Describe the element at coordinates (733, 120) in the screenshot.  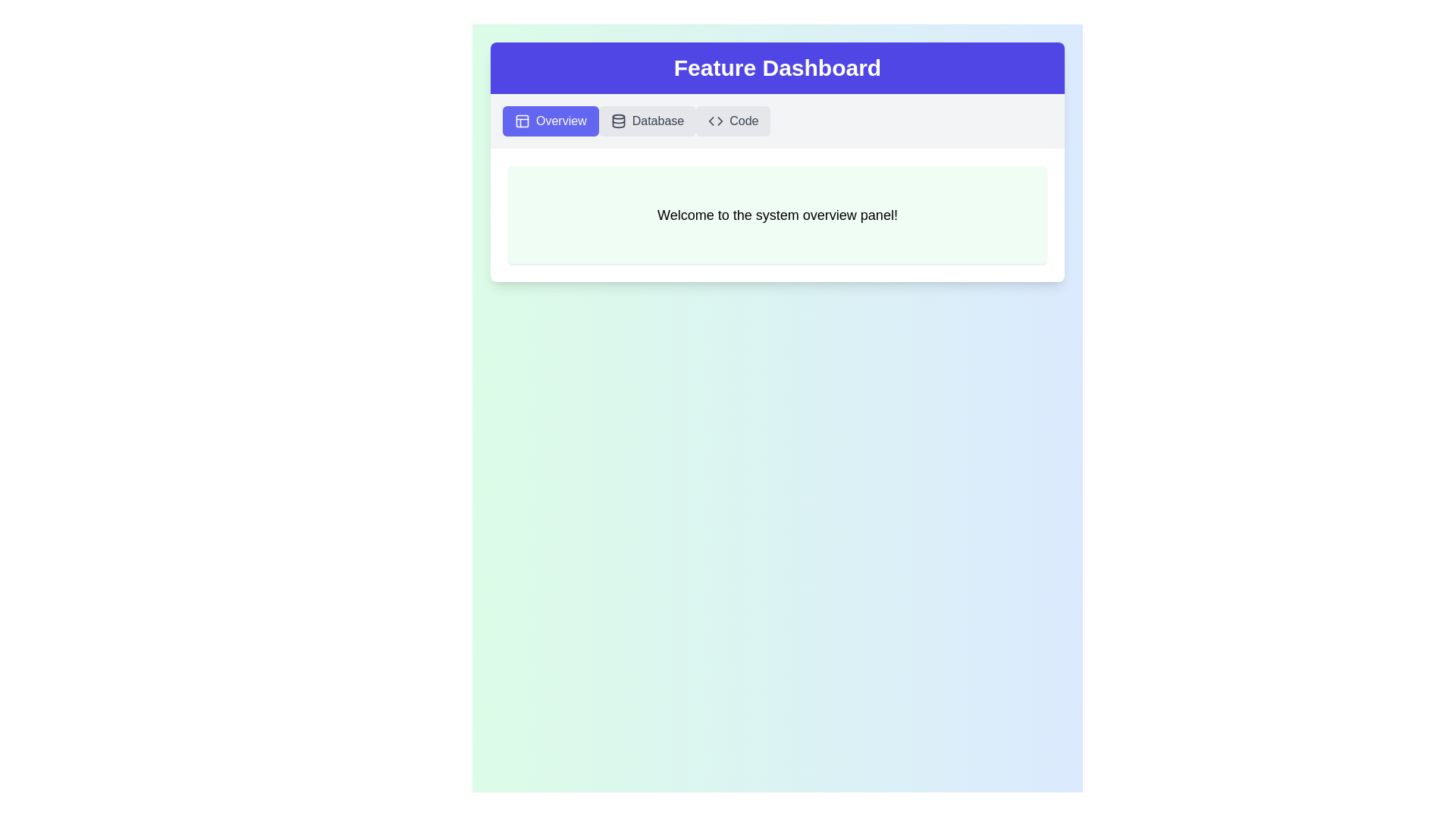
I see `the 'Code' button, which is a rectangular button with a light gray background and dark gray text, displaying the text 'Code' and an icon of angle brackets ('<>') on the left side` at that location.